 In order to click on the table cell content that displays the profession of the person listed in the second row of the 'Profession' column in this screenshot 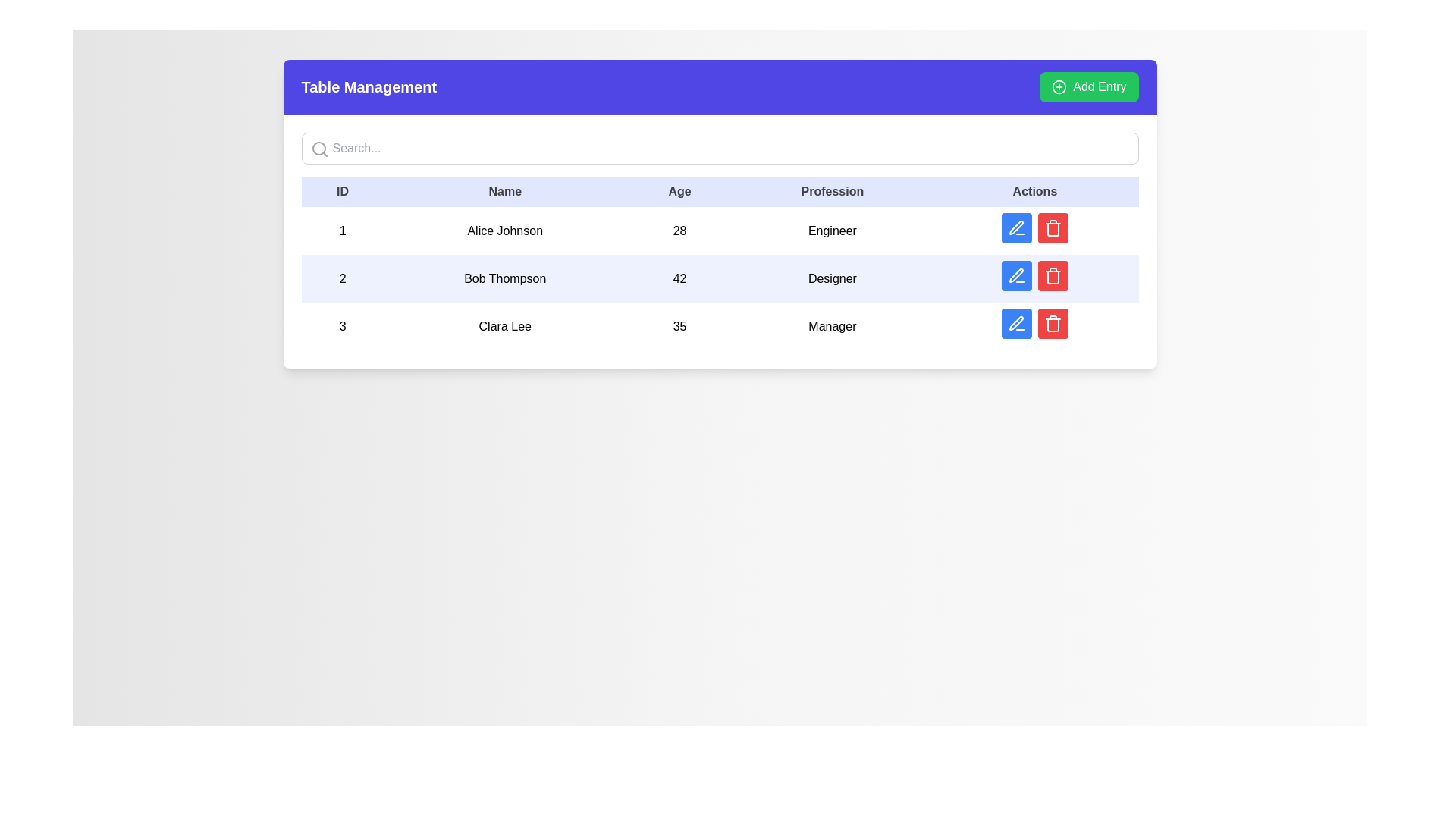, I will do `click(831, 278)`.